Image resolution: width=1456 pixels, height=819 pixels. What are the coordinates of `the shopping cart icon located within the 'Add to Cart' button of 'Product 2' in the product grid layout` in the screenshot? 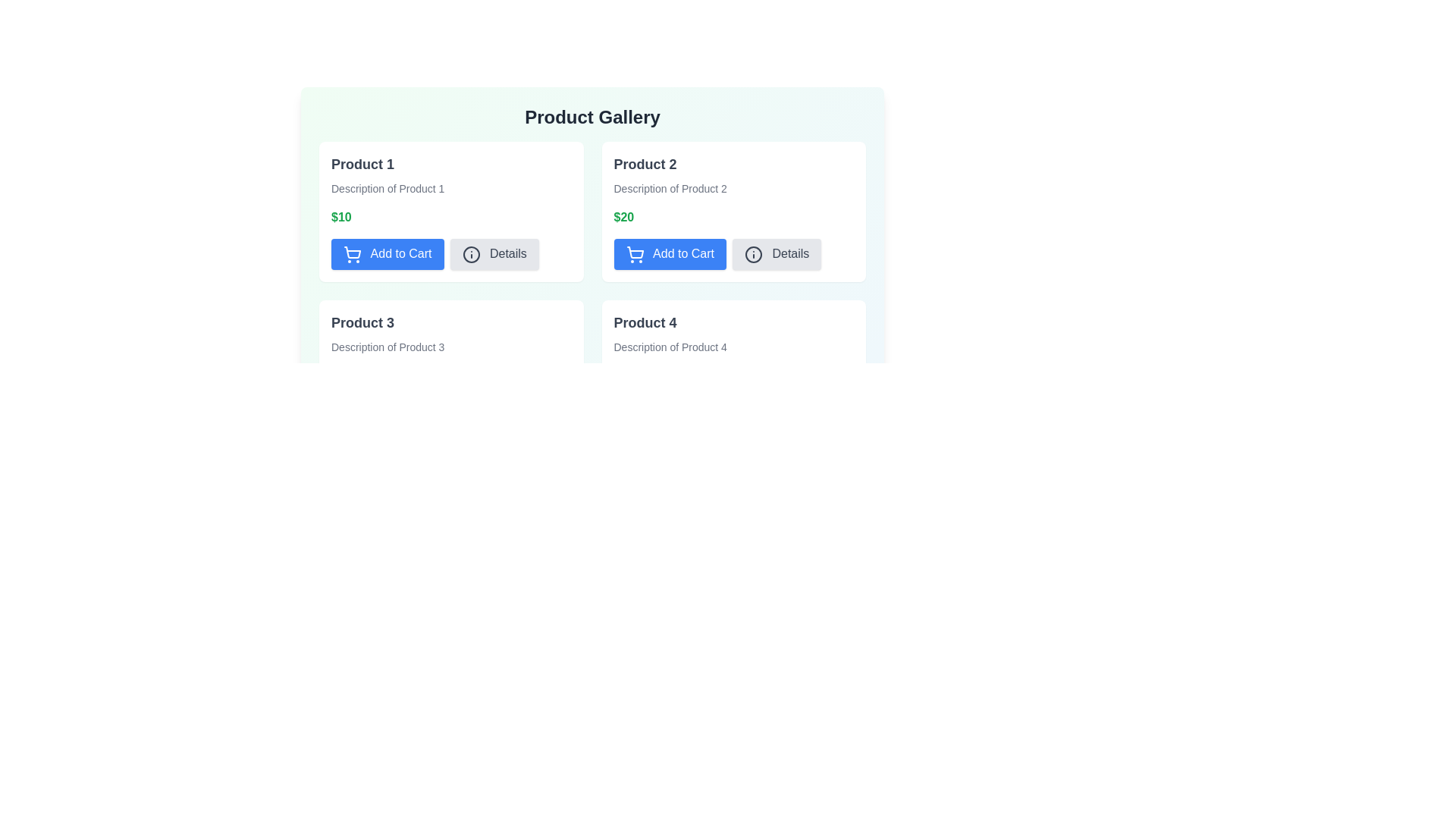 It's located at (352, 251).